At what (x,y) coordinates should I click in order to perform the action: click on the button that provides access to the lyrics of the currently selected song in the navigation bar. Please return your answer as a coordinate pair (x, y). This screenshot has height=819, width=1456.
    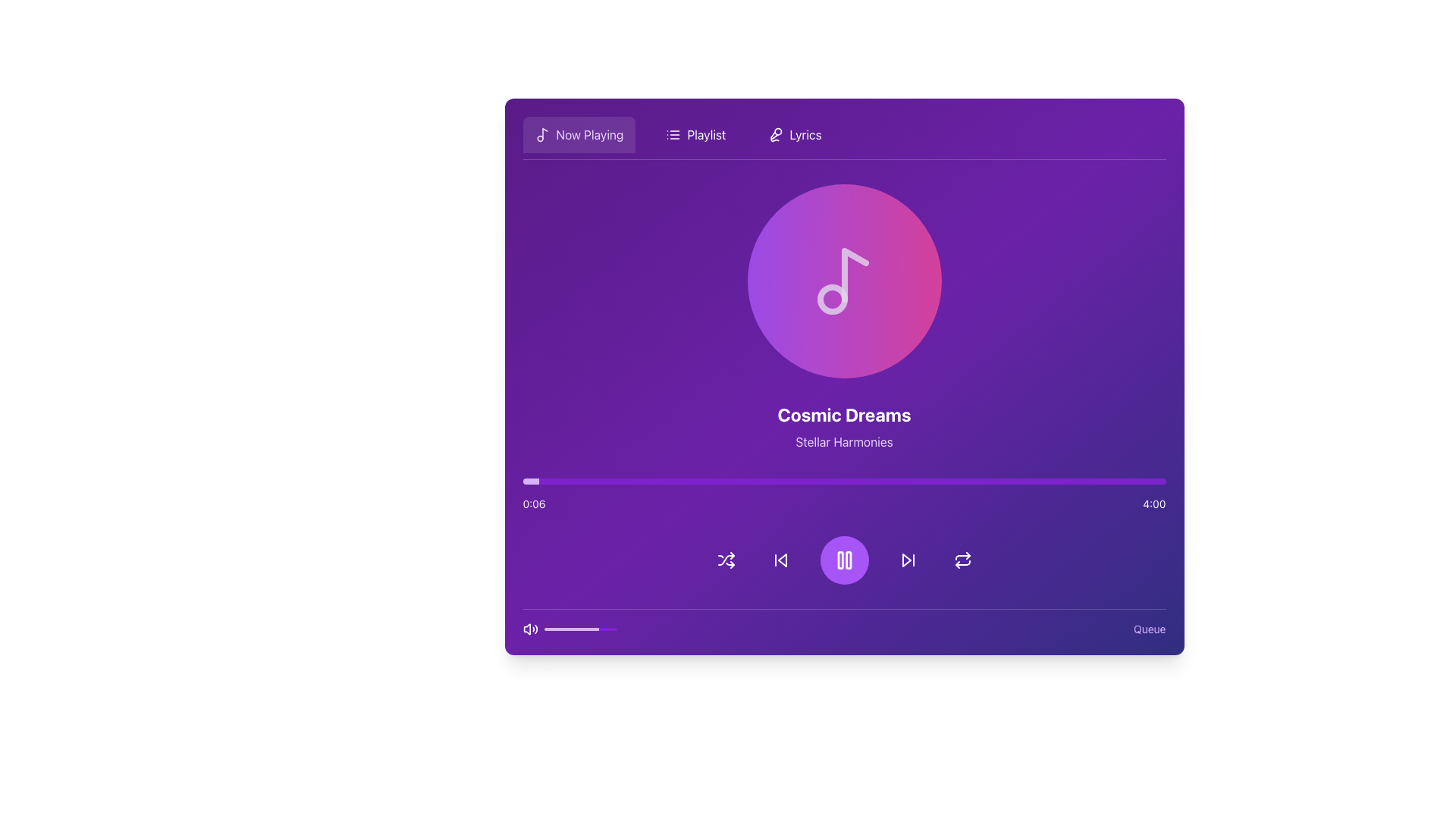
    Looking at the image, I should click on (794, 133).